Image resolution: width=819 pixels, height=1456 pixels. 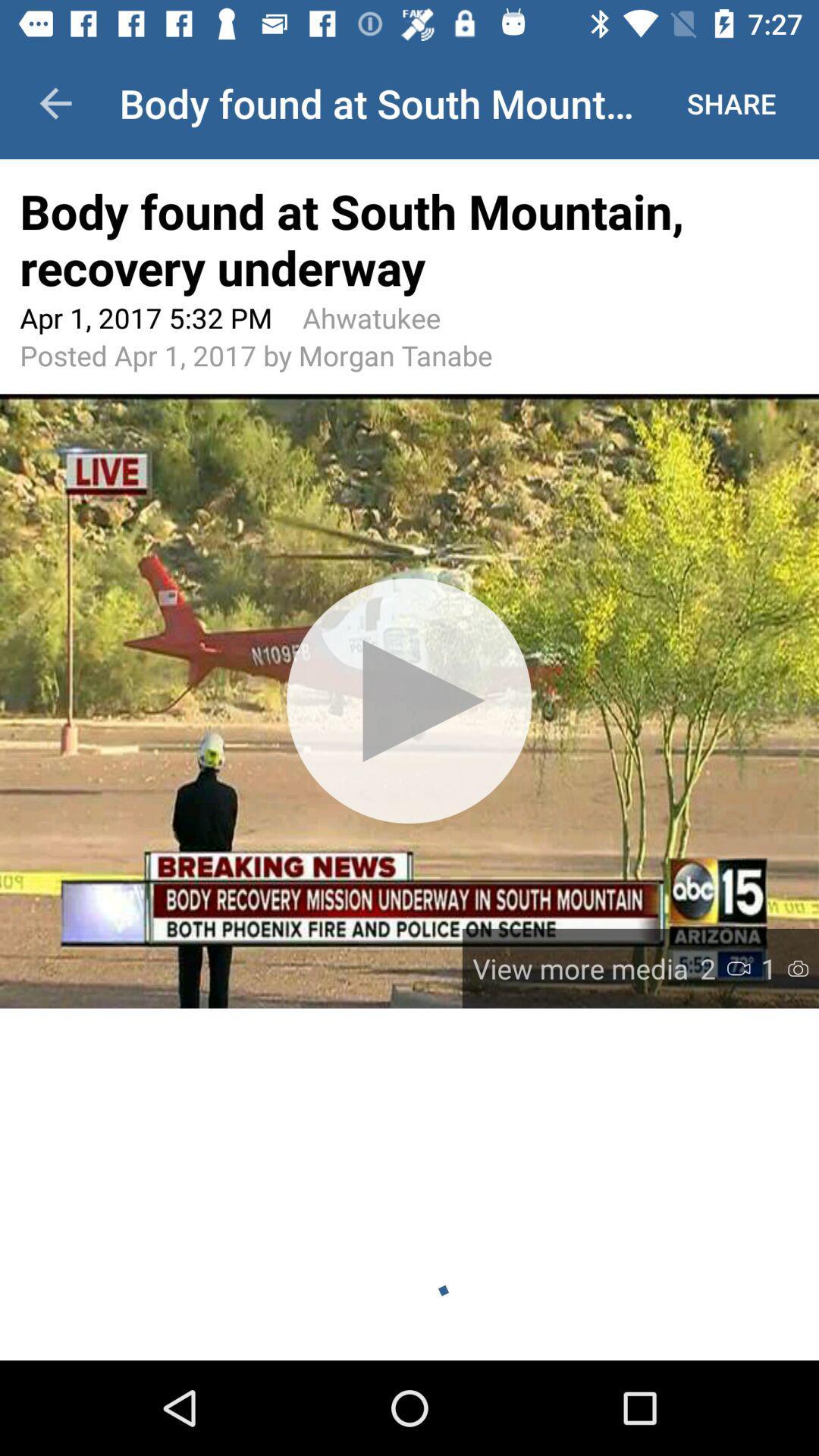 I want to click on the app to the right of body found at item, so click(x=730, y=102).